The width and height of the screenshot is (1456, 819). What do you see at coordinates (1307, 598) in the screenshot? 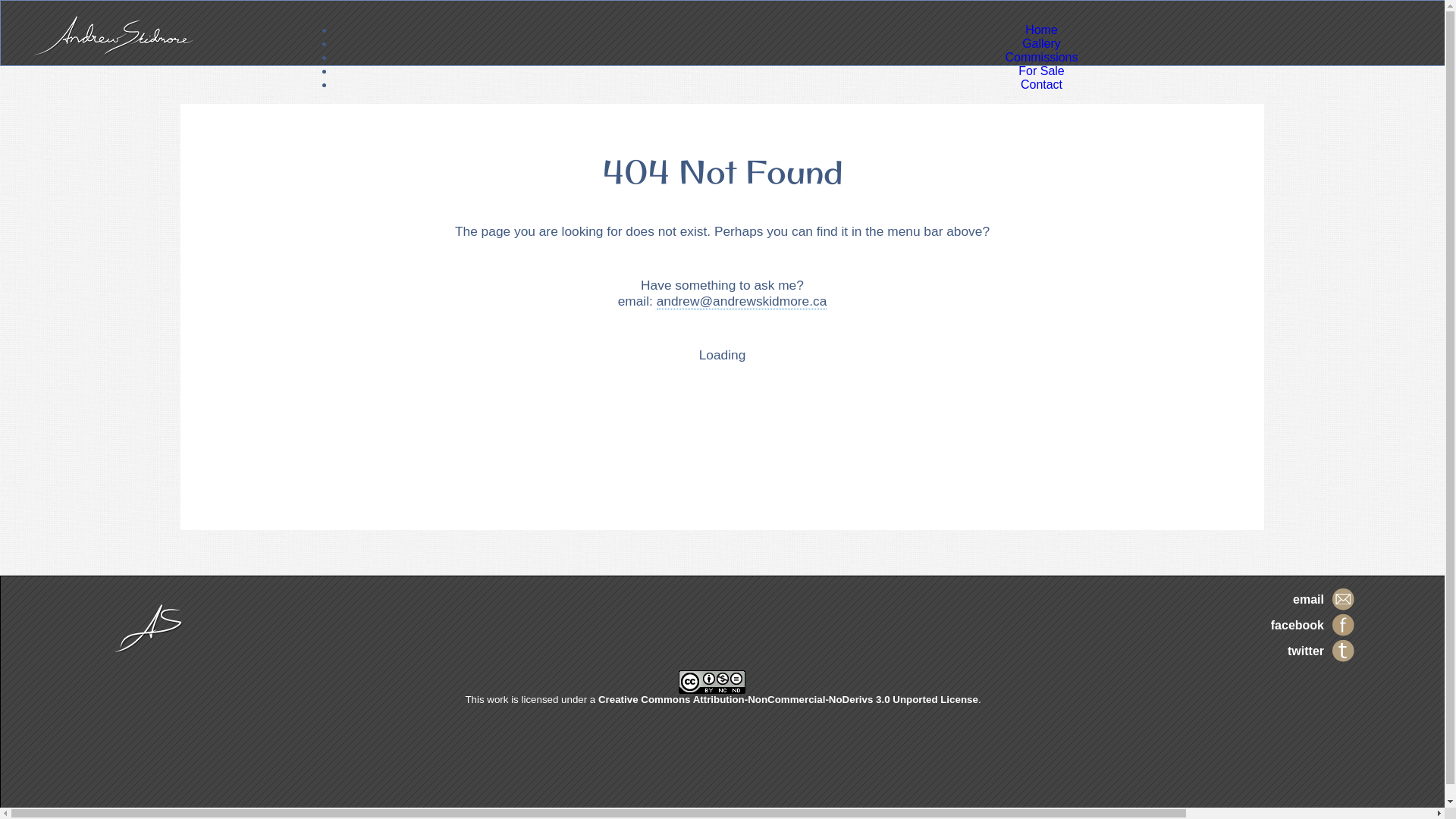
I see `'email'` at bounding box center [1307, 598].